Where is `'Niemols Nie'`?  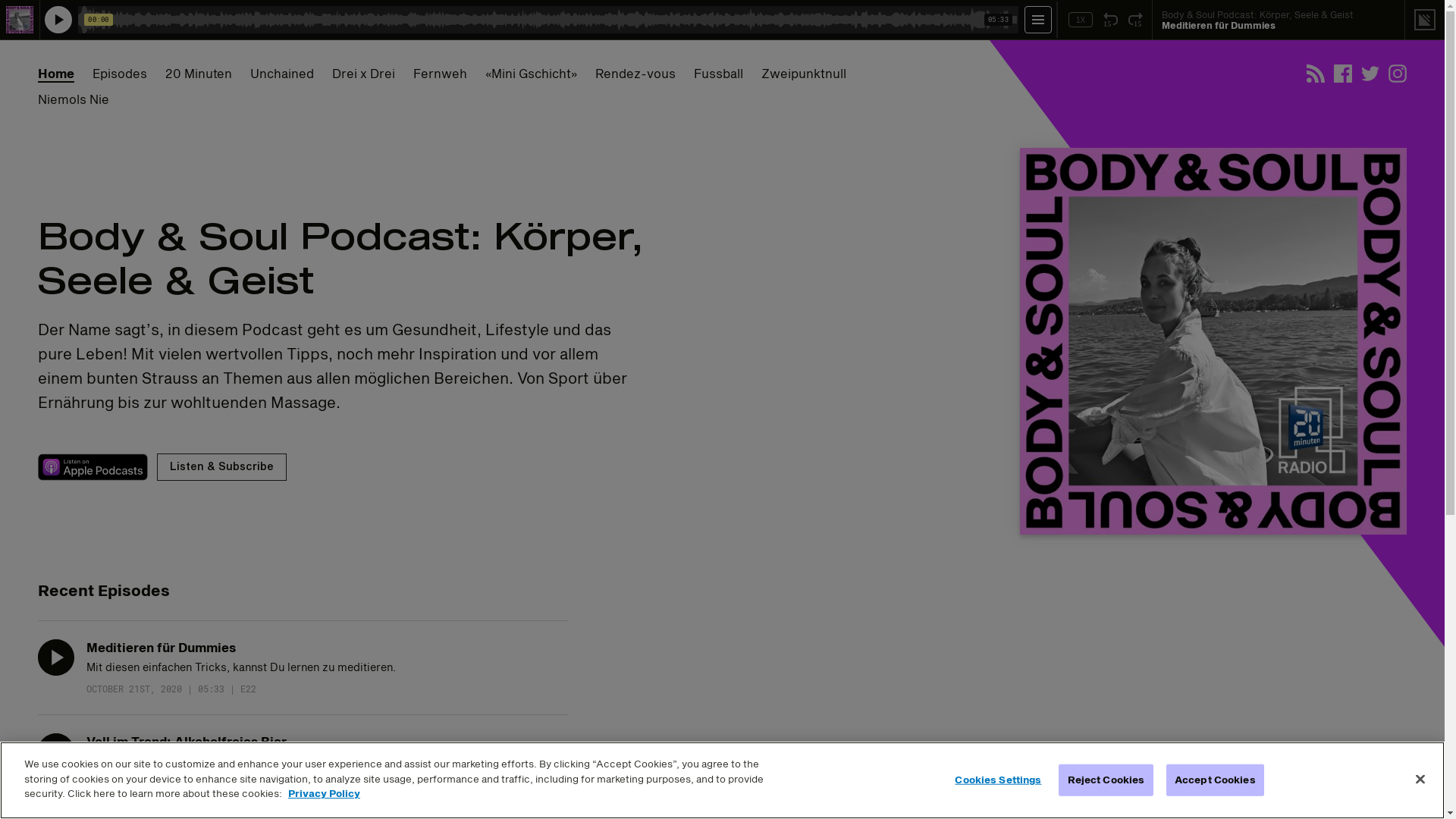
'Niemols Nie' is located at coordinates (72, 99).